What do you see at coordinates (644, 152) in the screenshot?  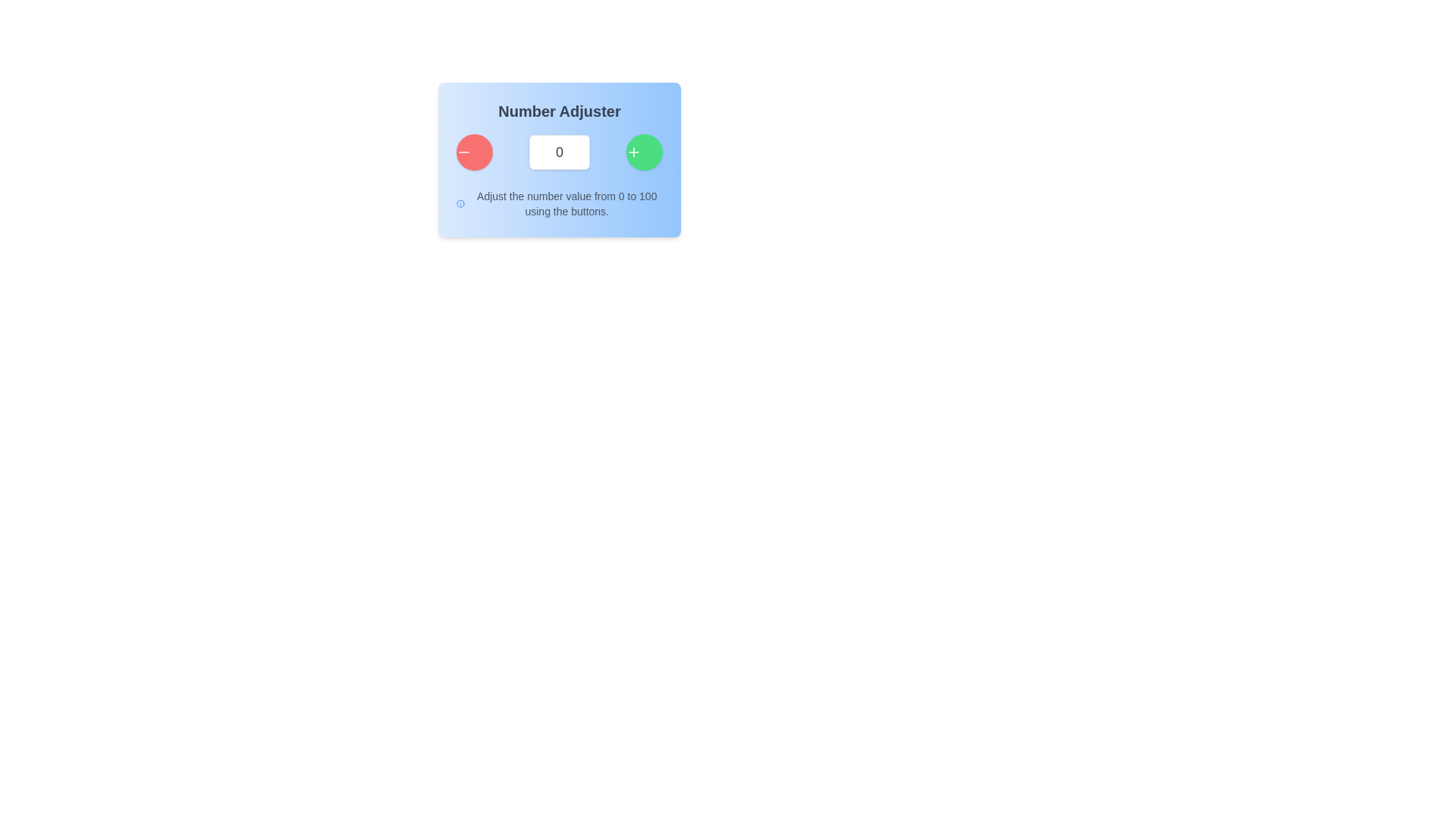 I see `the round green button with a white plus symbol in the center to increment the value in the 'Number Adjuster' panel` at bounding box center [644, 152].